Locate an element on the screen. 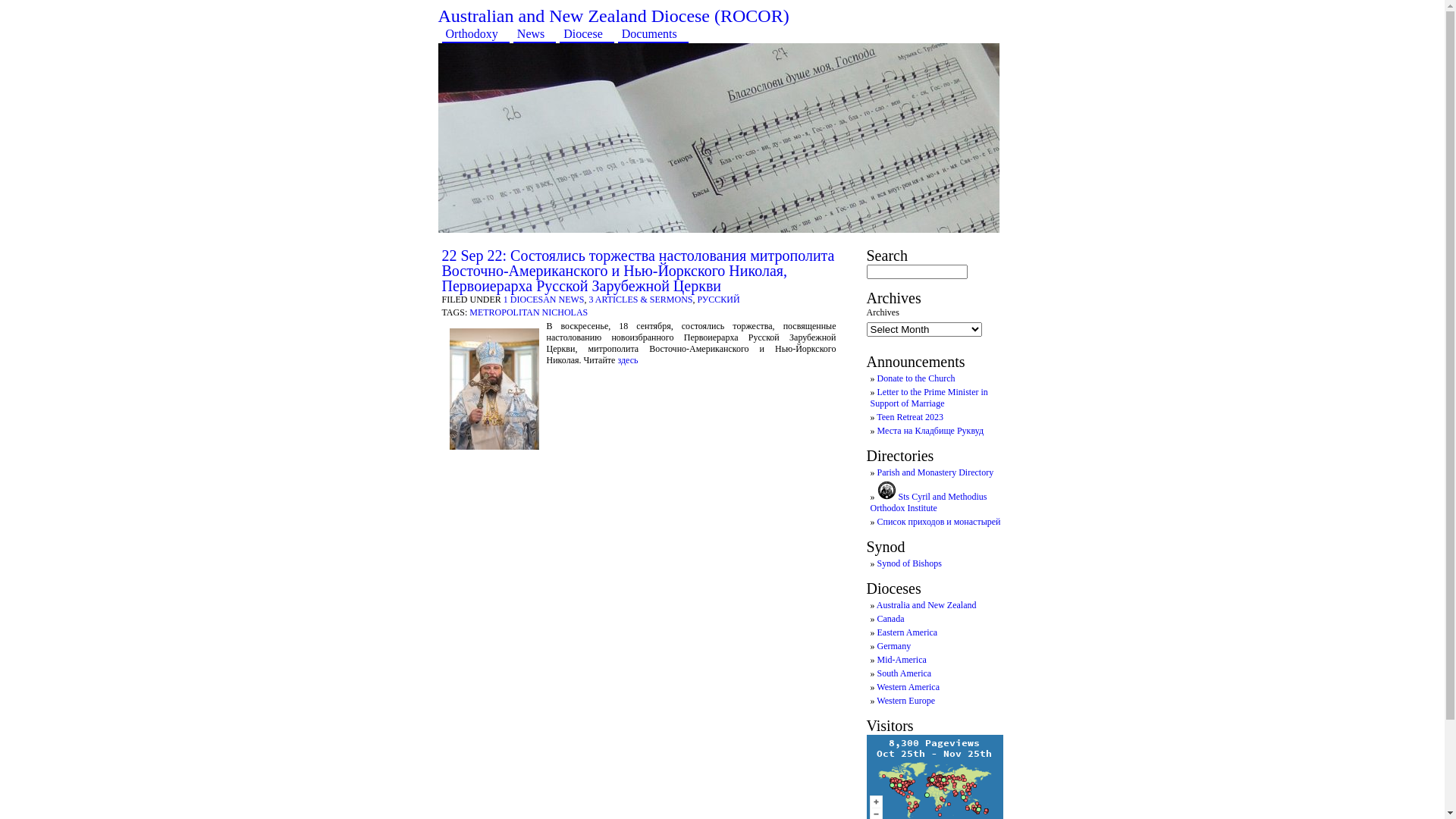 The height and width of the screenshot is (819, 1456). 'Western America' is located at coordinates (908, 687).